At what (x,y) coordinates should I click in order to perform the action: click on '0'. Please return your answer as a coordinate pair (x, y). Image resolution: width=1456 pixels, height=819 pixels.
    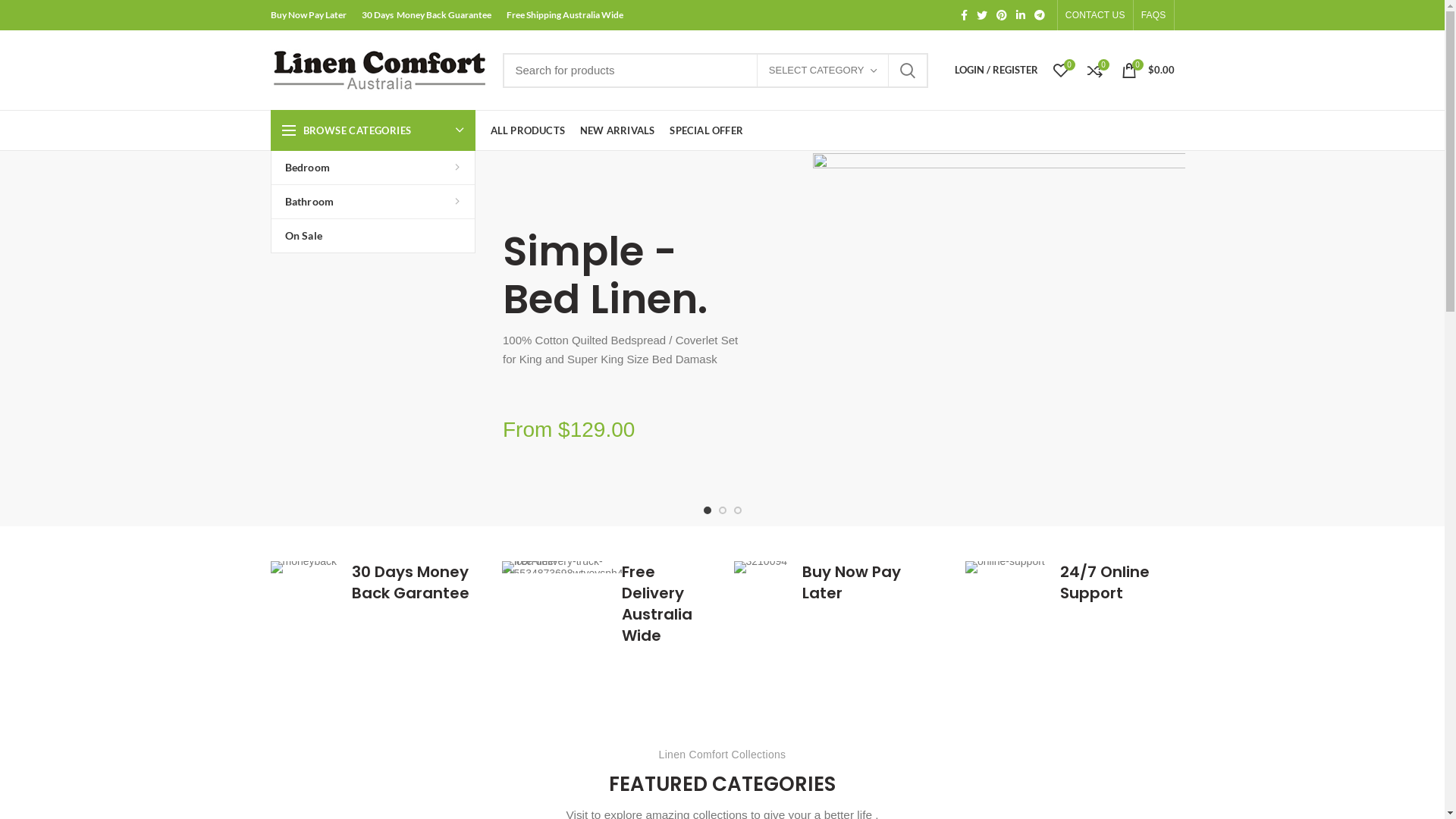
    Looking at the image, I should click on (1059, 70).